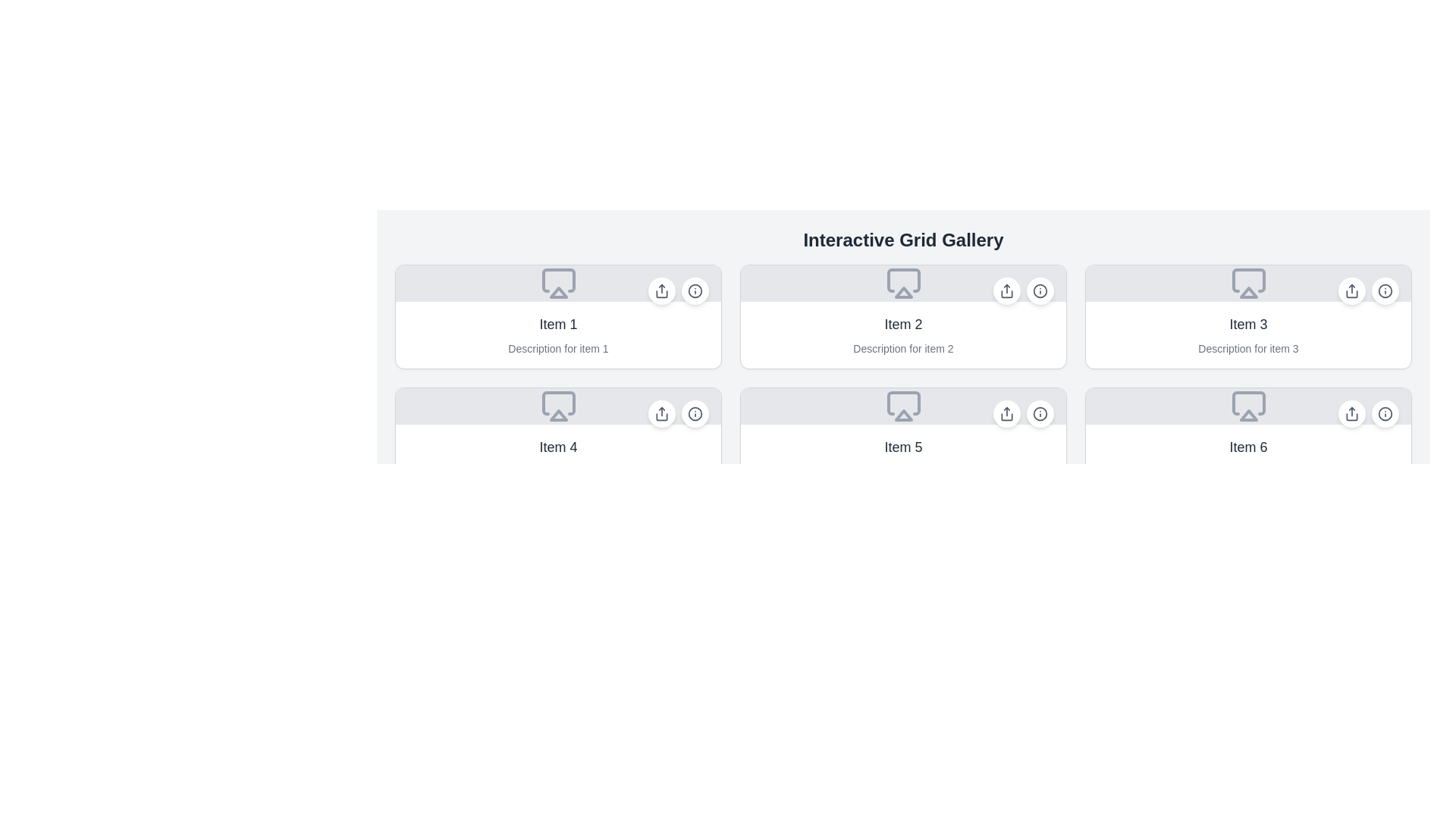 Image resolution: width=1456 pixels, height=819 pixels. I want to click on the descriptive text element located below the title 'Item 3', which provides secondary information for the user, so click(1248, 348).